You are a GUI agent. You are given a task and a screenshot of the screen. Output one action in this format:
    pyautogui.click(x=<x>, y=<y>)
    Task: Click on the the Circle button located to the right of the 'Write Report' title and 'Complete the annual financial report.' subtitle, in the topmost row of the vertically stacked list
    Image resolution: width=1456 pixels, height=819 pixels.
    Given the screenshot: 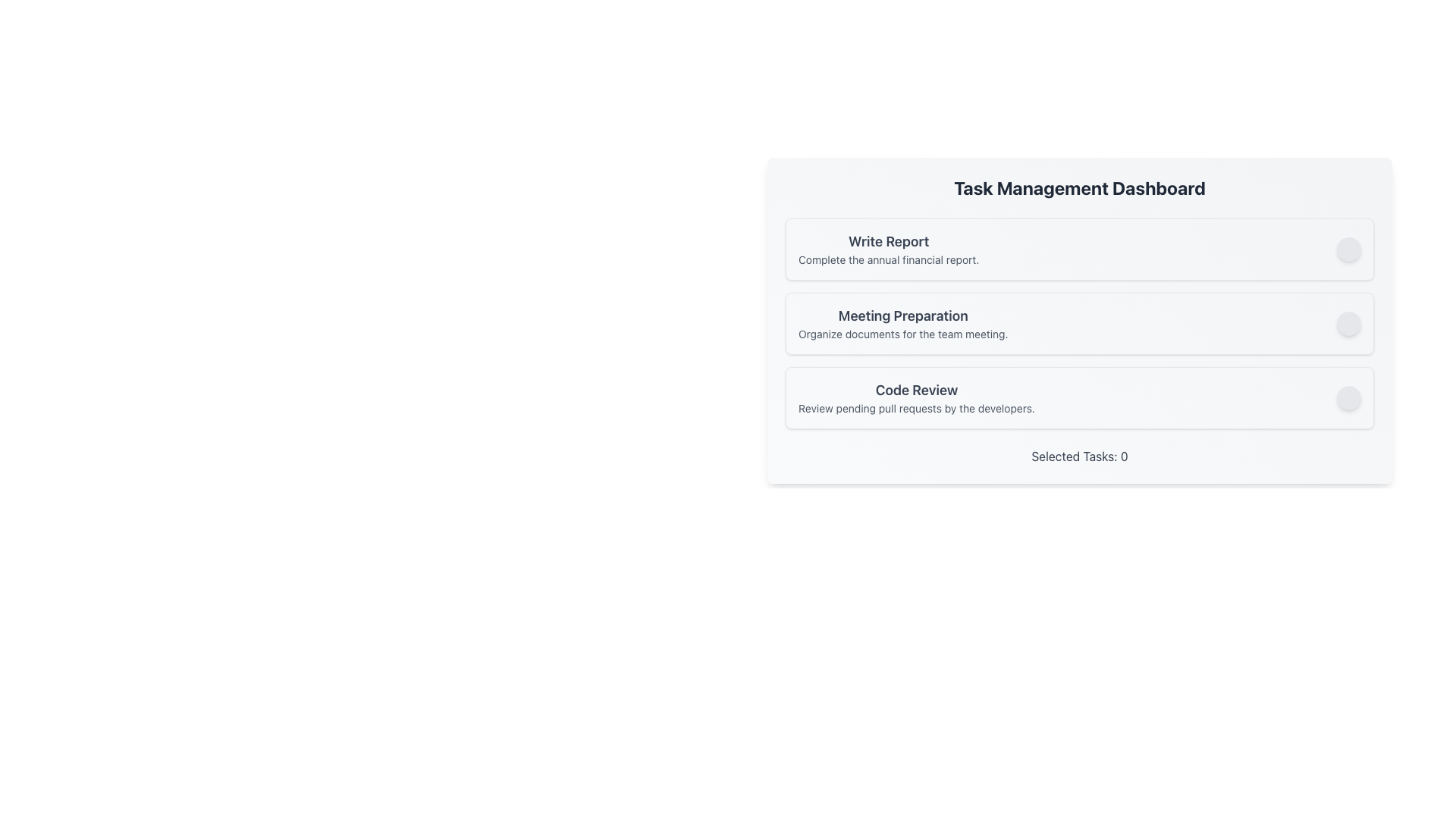 What is the action you would take?
    pyautogui.click(x=1349, y=248)
    